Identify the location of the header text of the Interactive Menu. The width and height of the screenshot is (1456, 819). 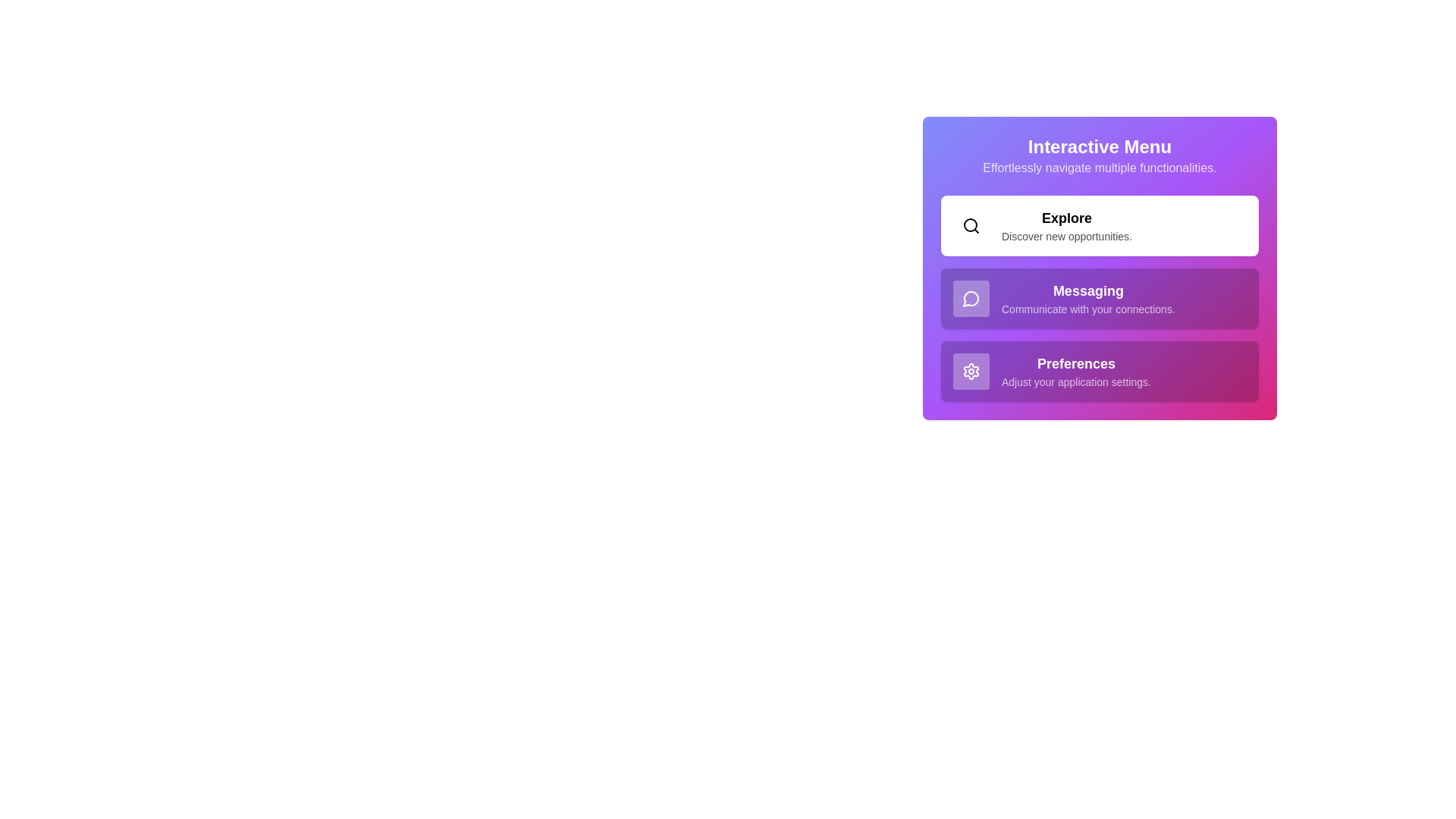
(1100, 146).